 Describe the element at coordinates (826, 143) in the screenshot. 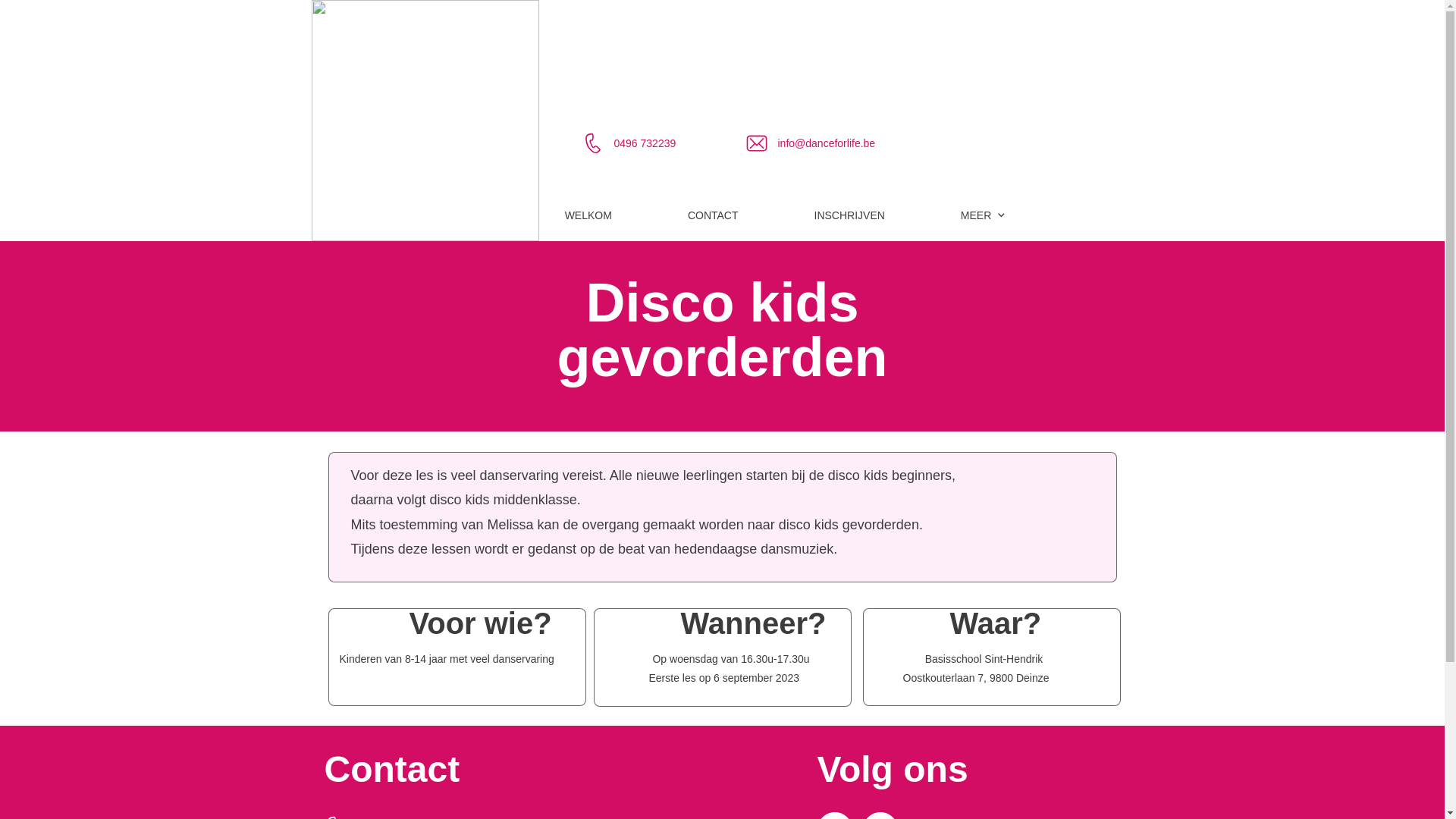

I see `'info@danceforlife.be'` at that location.